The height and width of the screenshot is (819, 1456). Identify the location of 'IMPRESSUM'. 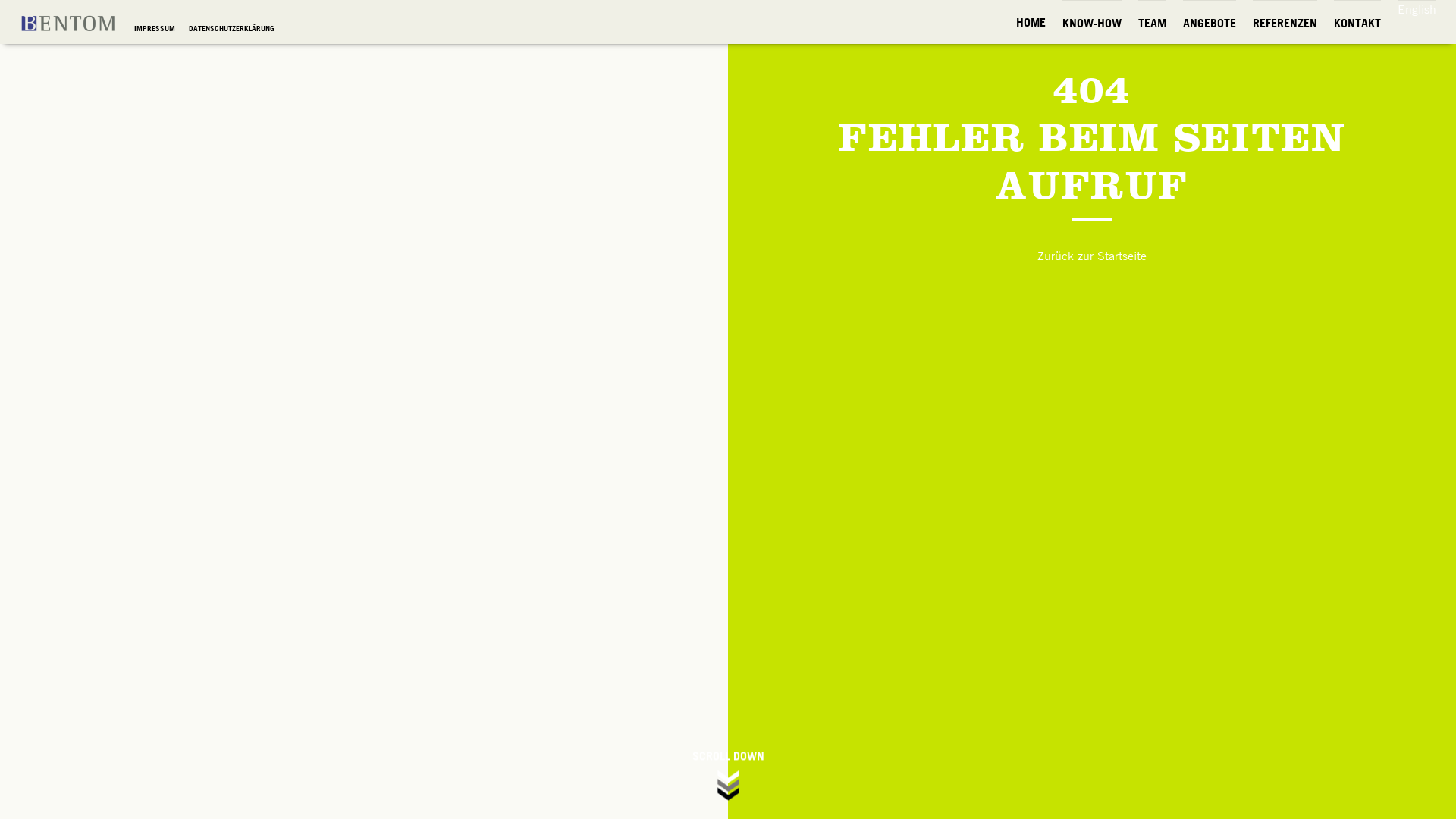
(155, 28).